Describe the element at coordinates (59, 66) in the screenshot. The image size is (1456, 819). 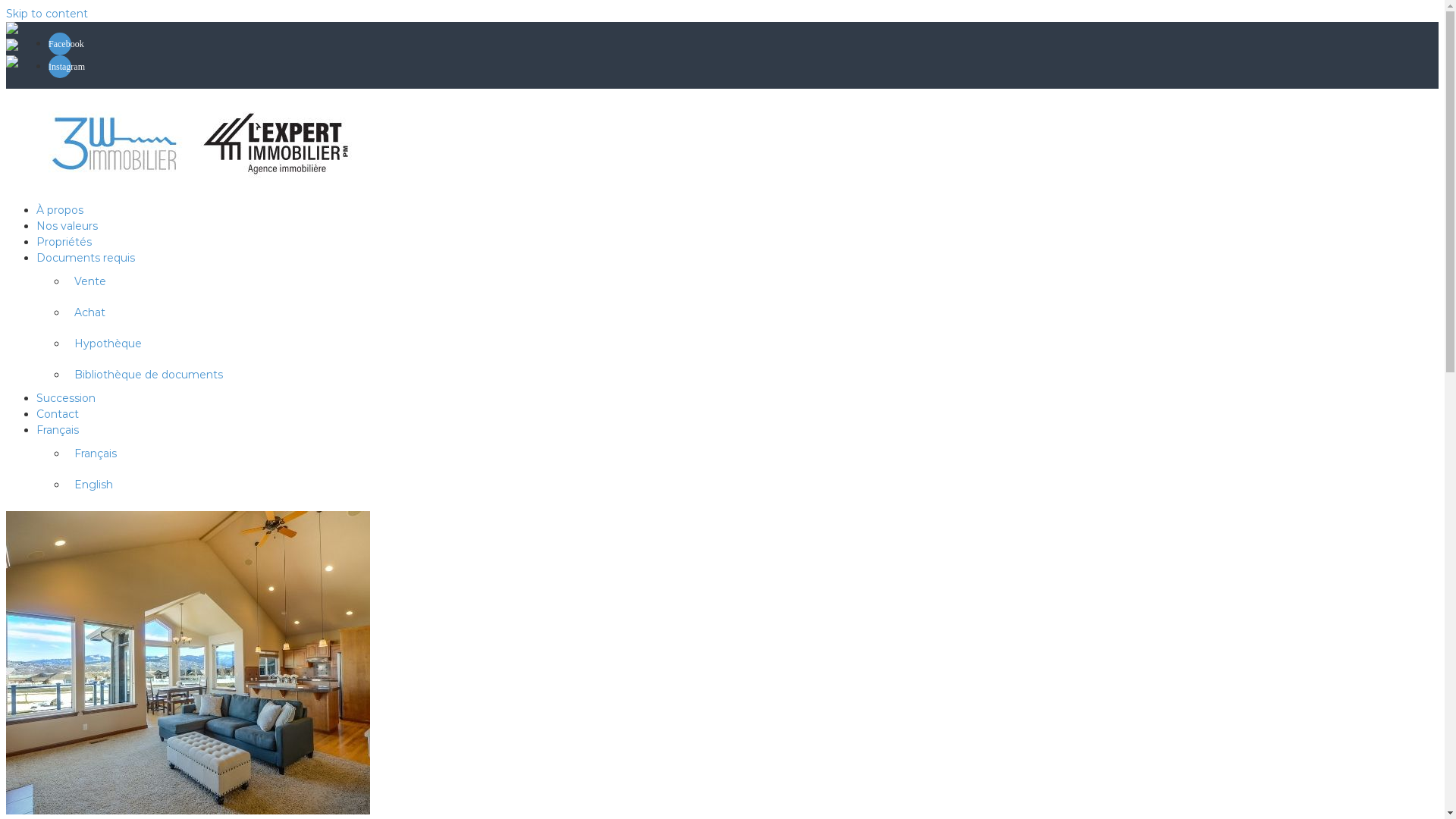
I see `'Instagram'` at that location.